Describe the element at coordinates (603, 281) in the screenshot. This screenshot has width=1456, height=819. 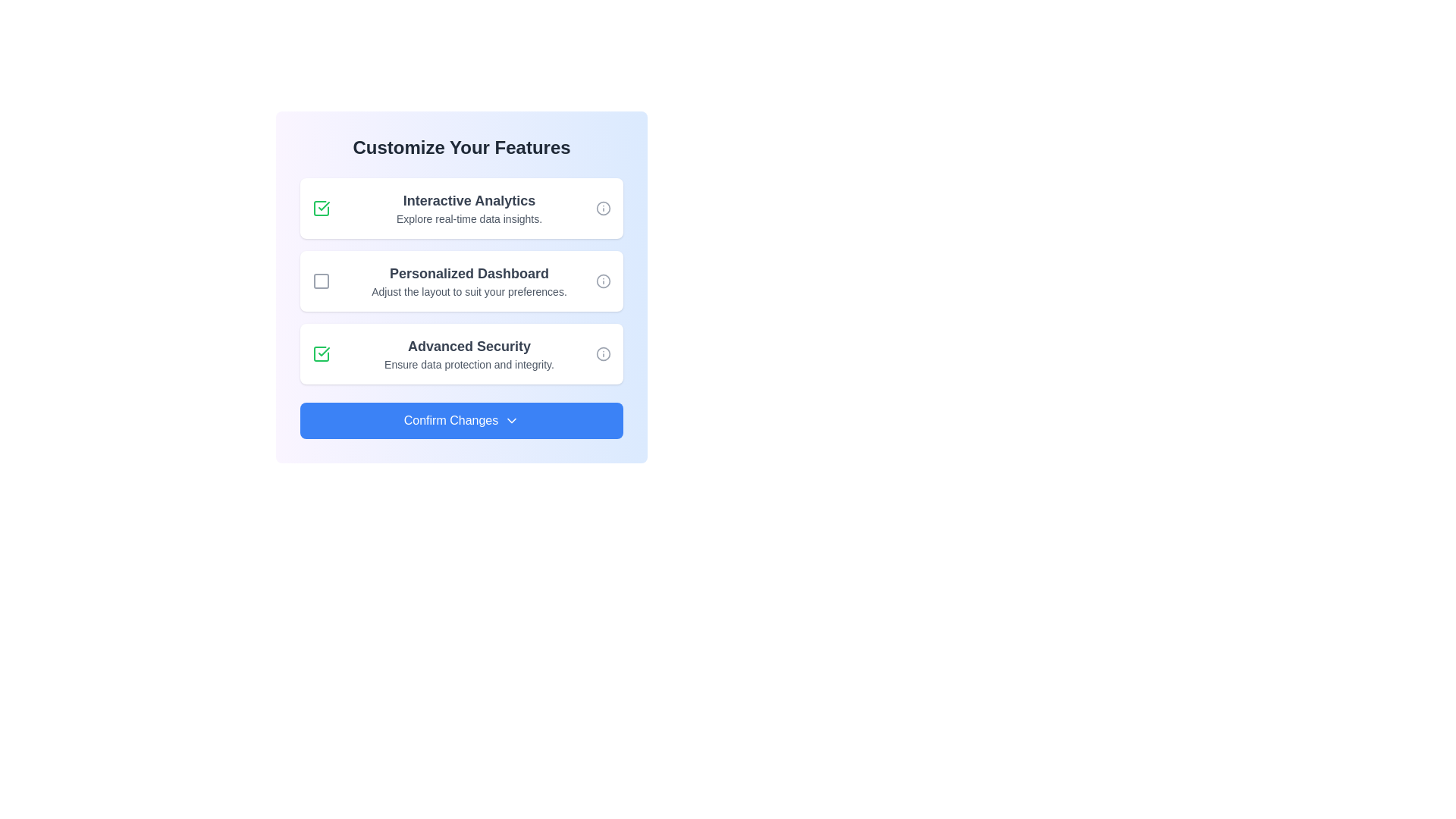
I see `the circle component of the SVG icon that represents the 'Personalized Dashboard' within the 'Customize Your Features' section` at that location.